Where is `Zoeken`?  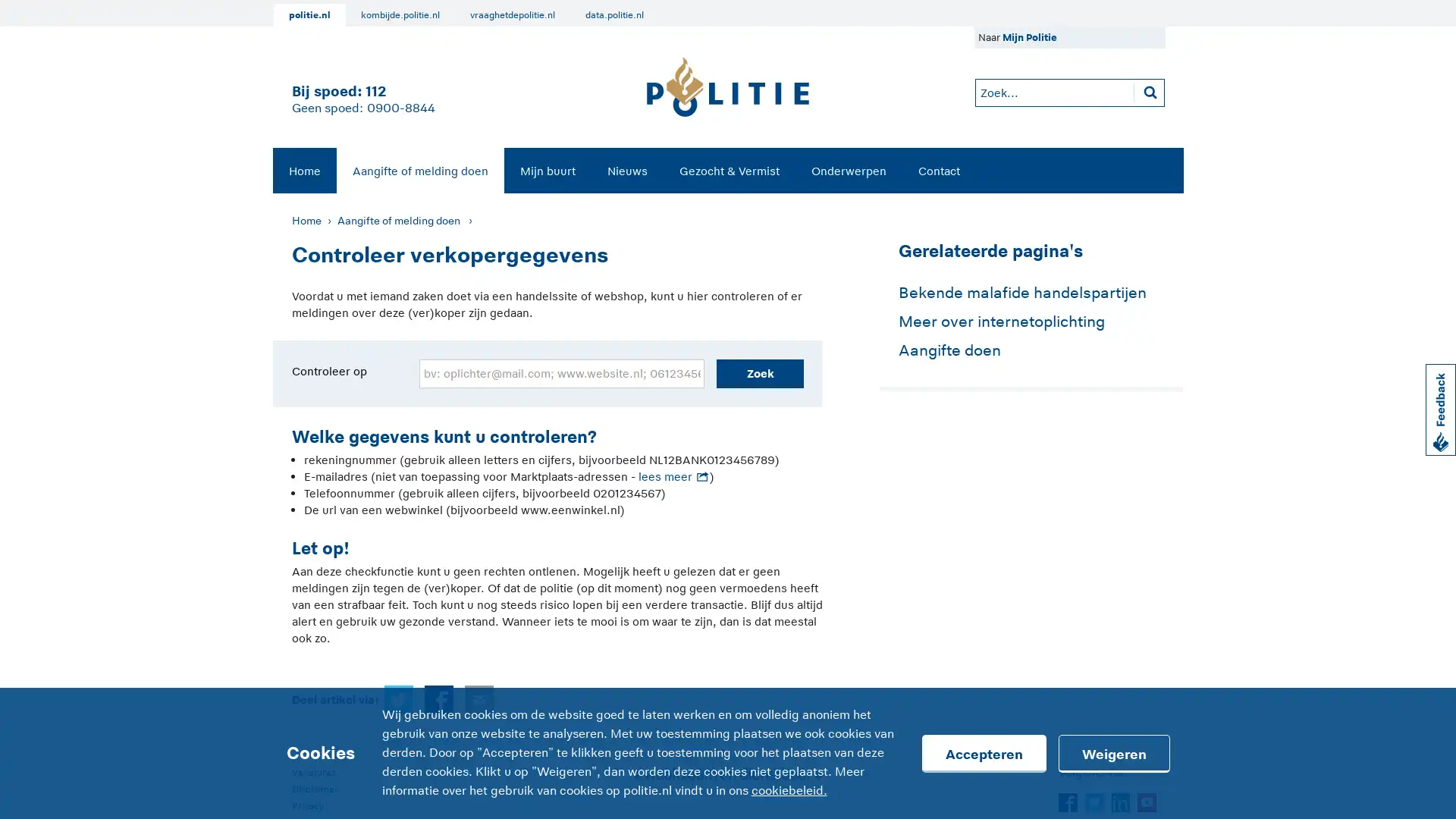
Zoeken is located at coordinates (1145, 93).